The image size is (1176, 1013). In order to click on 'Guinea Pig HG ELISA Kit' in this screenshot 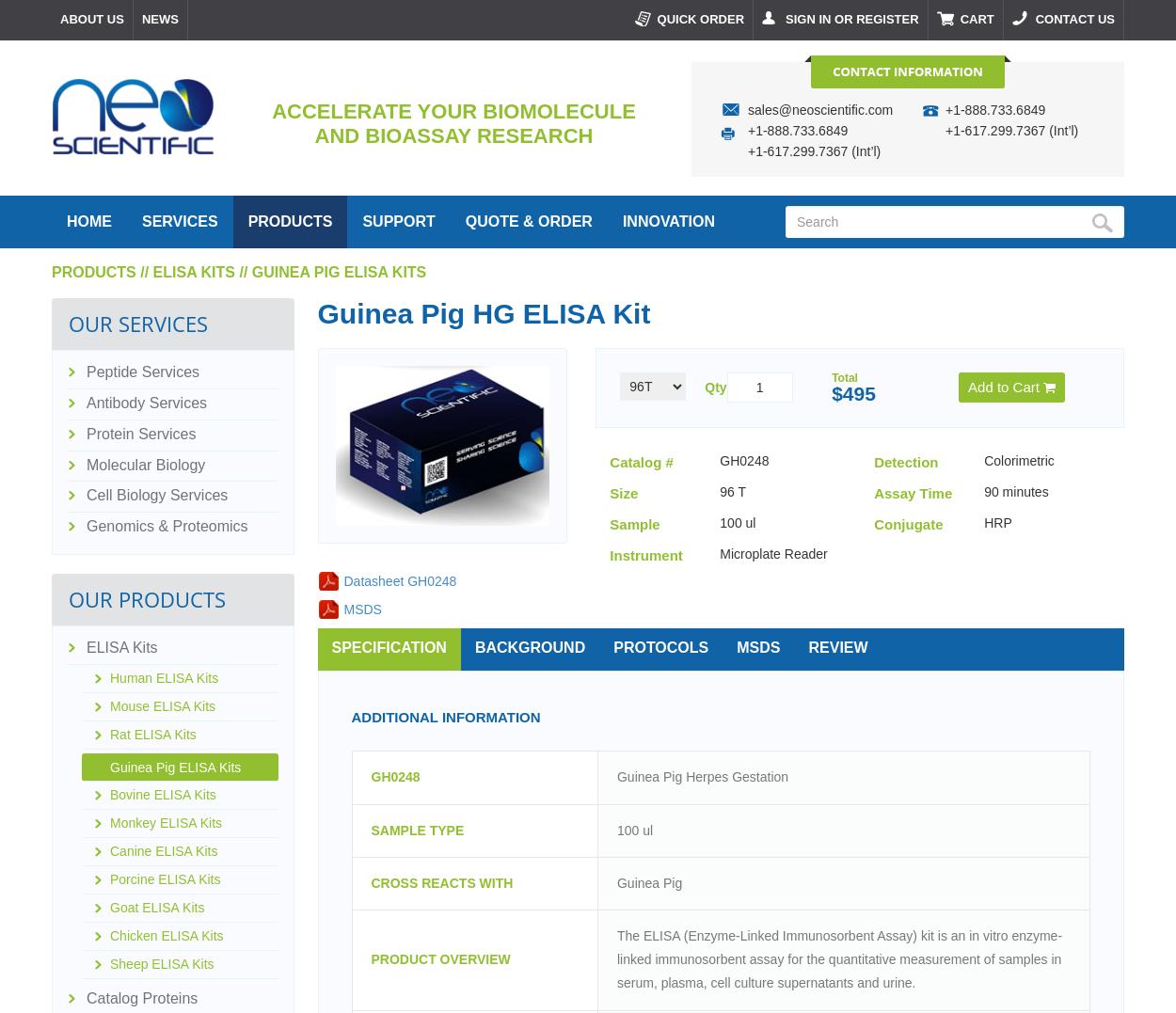, I will do `click(484, 311)`.